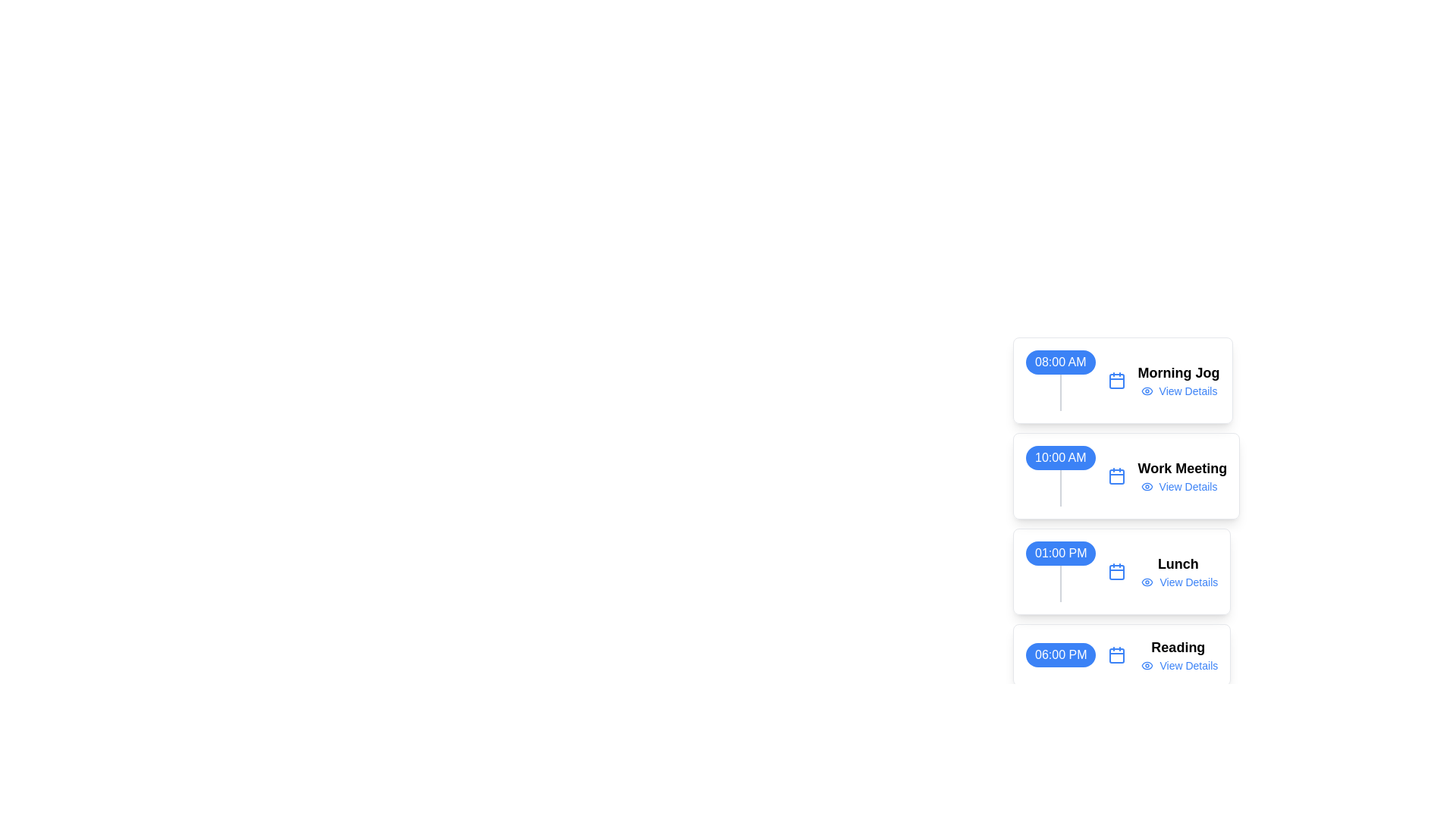  What do you see at coordinates (1116, 475) in the screenshot?
I see `the calendar icon representing the date associated with the 'Work Meeting' to access further details about the event` at bounding box center [1116, 475].